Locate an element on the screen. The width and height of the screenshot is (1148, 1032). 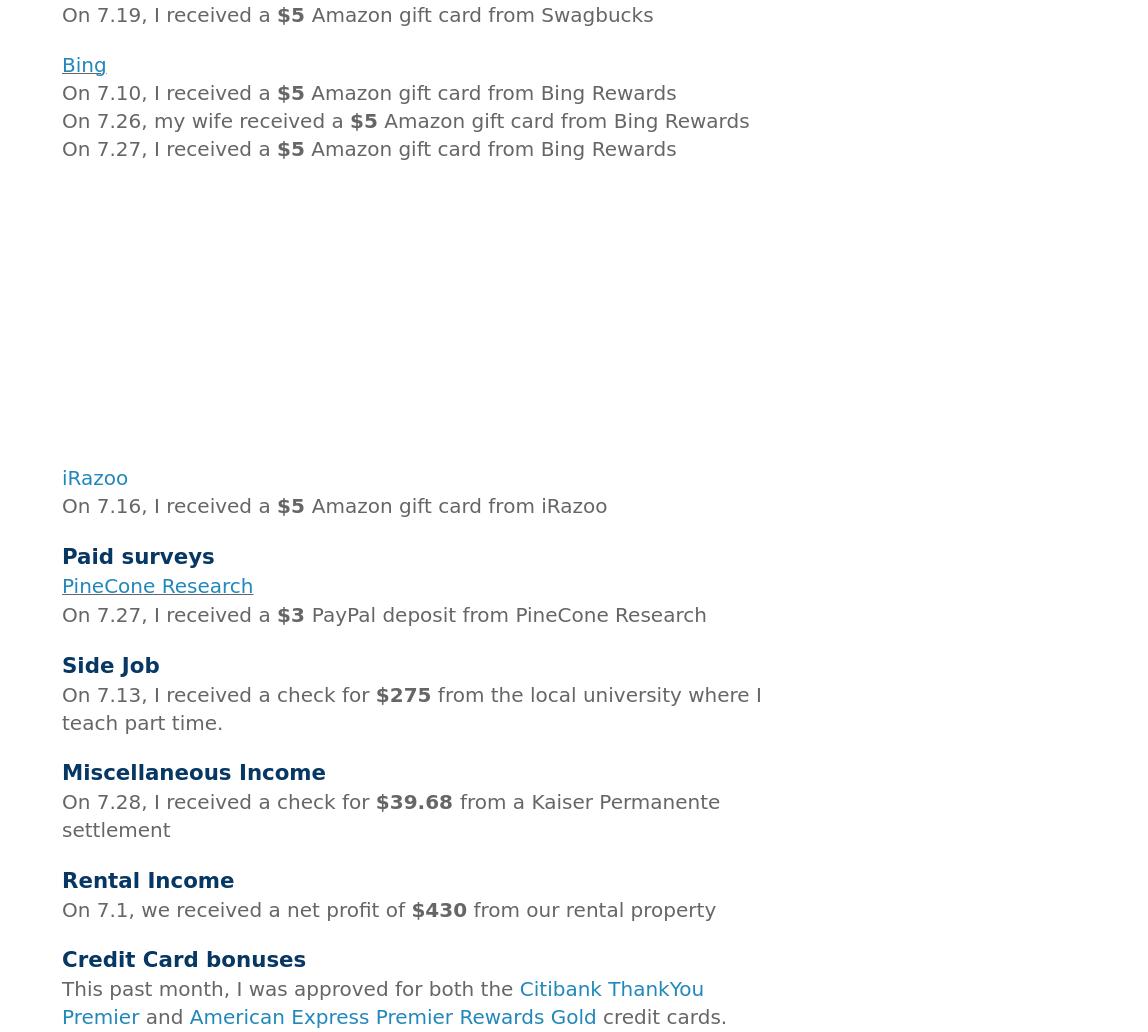
'credit cards.' is located at coordinates (661, 1016).